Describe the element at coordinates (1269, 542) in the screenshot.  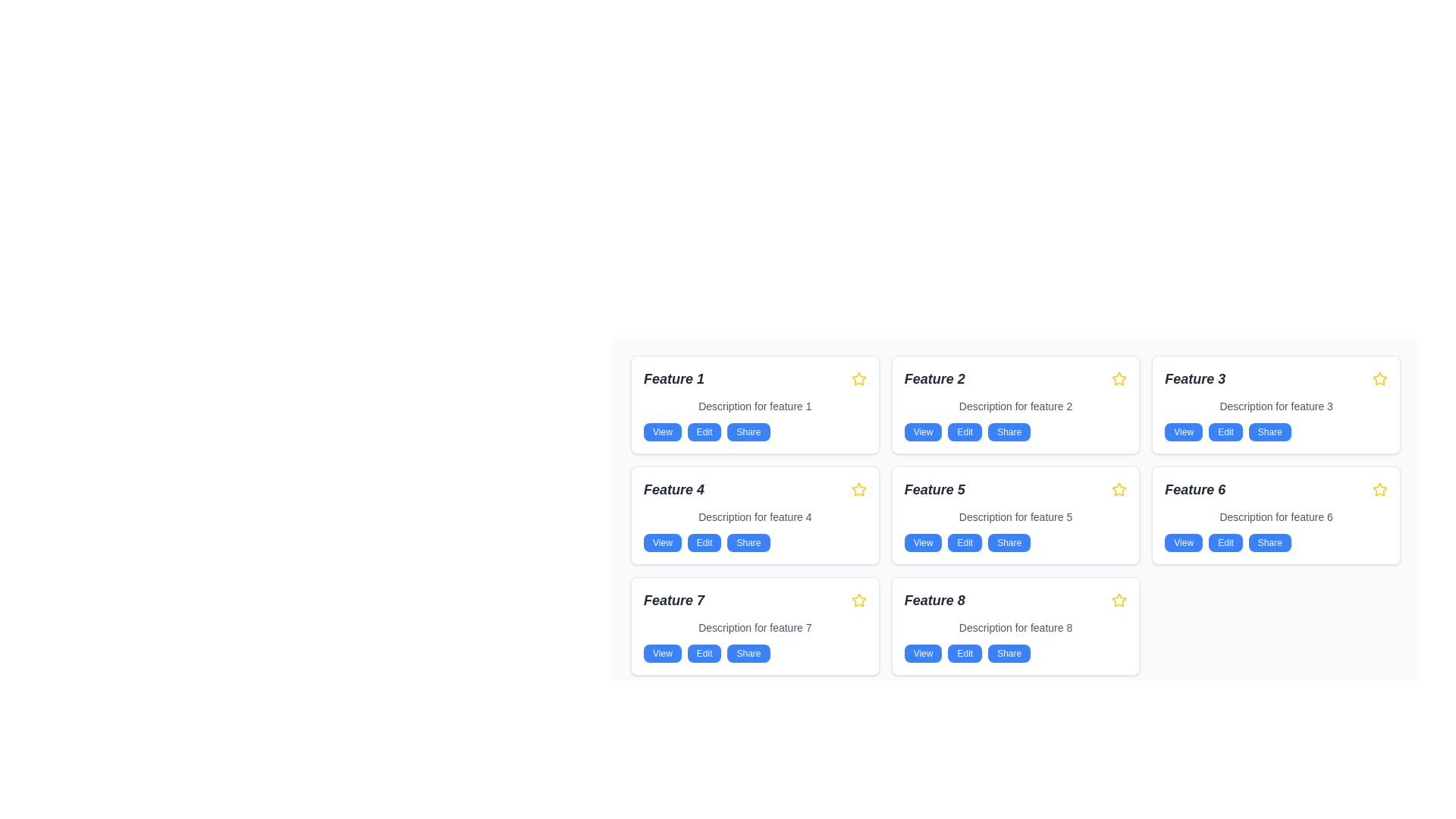
I see `the third button in the action group below the card labeled 'Feature 6'` at that location.